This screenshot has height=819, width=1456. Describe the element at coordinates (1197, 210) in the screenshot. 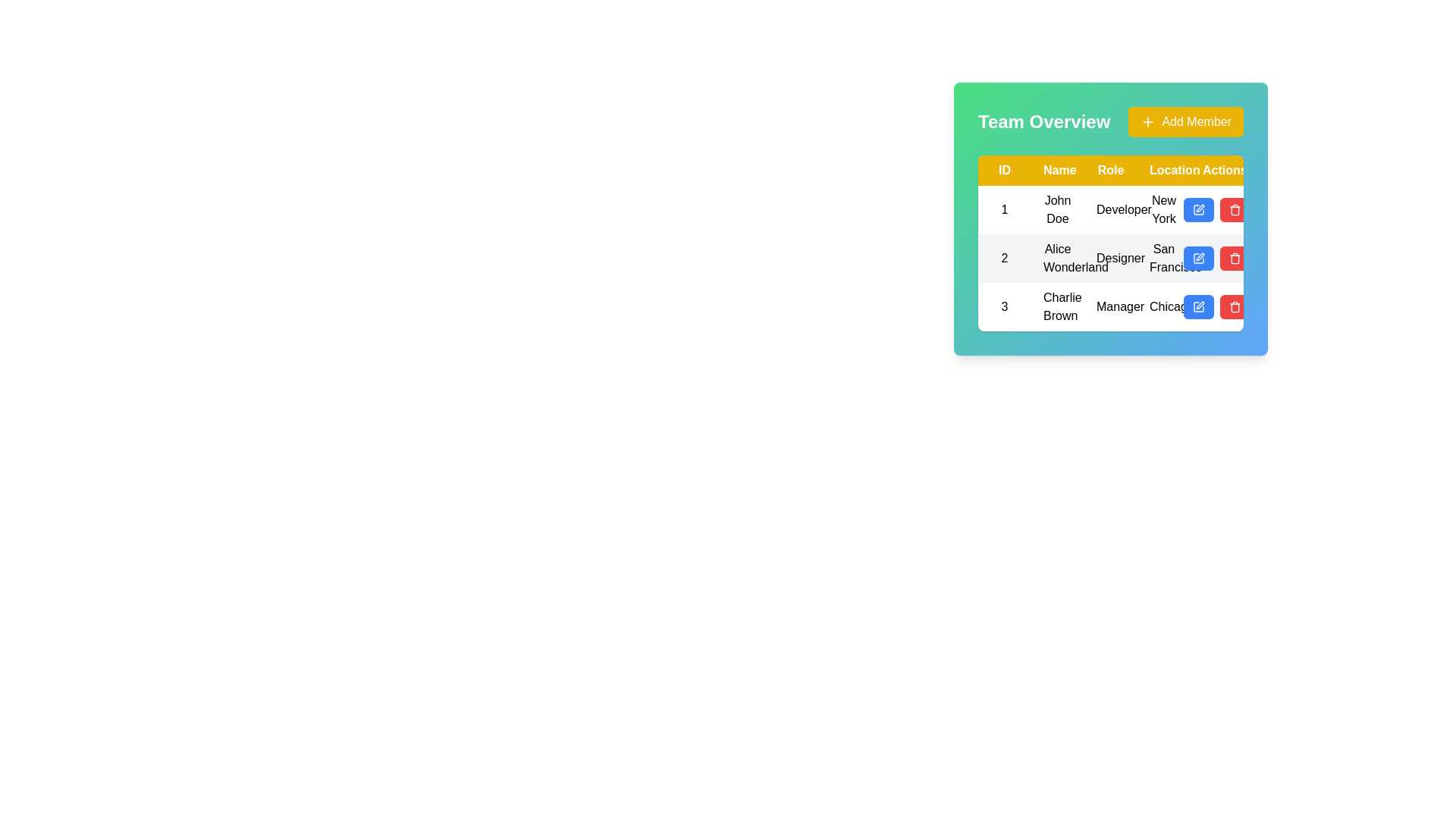

I see `the blue rectangular button with a pen icon located in the first row of the 'Actions' column within the 'Team Overview' card` at that location.